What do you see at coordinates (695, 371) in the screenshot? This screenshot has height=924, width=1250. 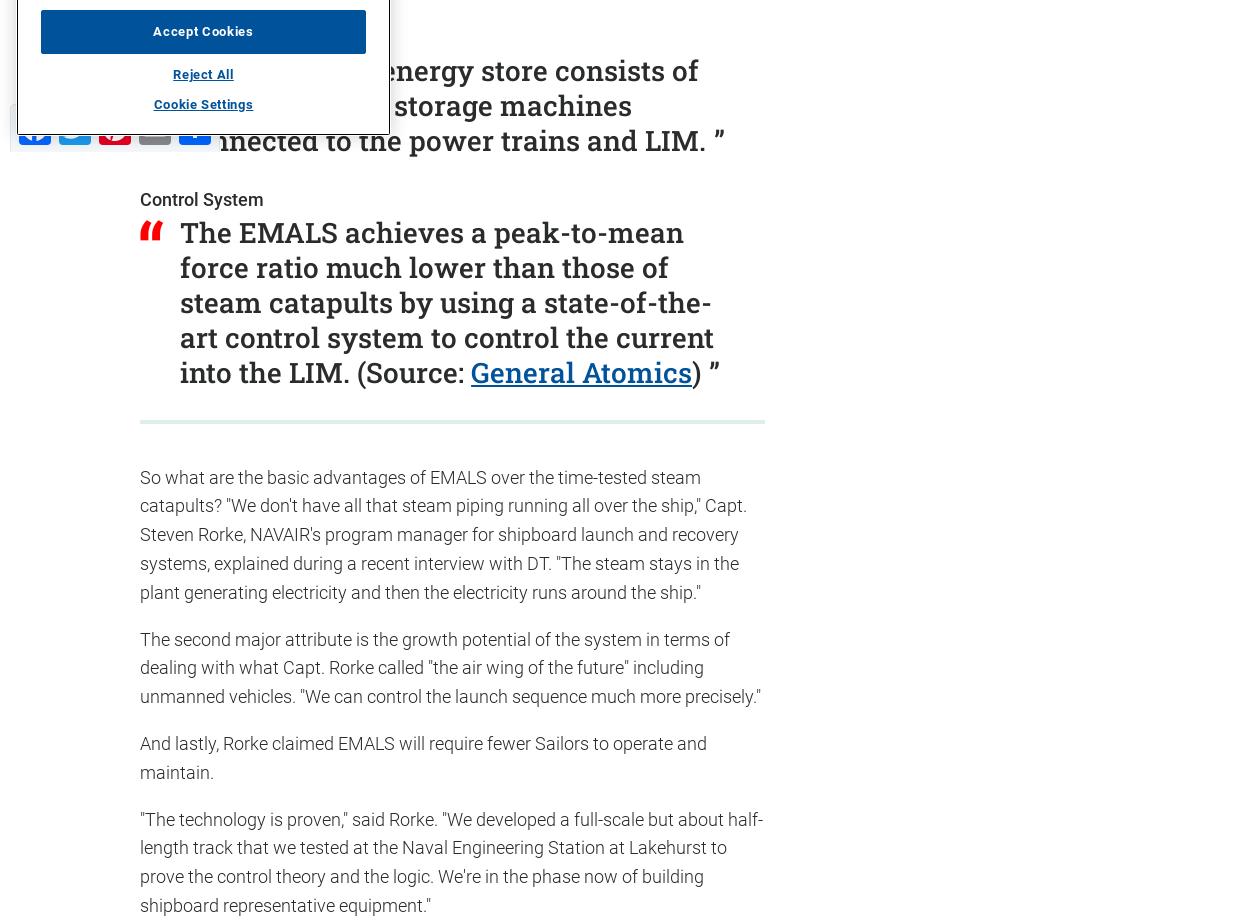 I see `')'` at bounding box center [695, 371].